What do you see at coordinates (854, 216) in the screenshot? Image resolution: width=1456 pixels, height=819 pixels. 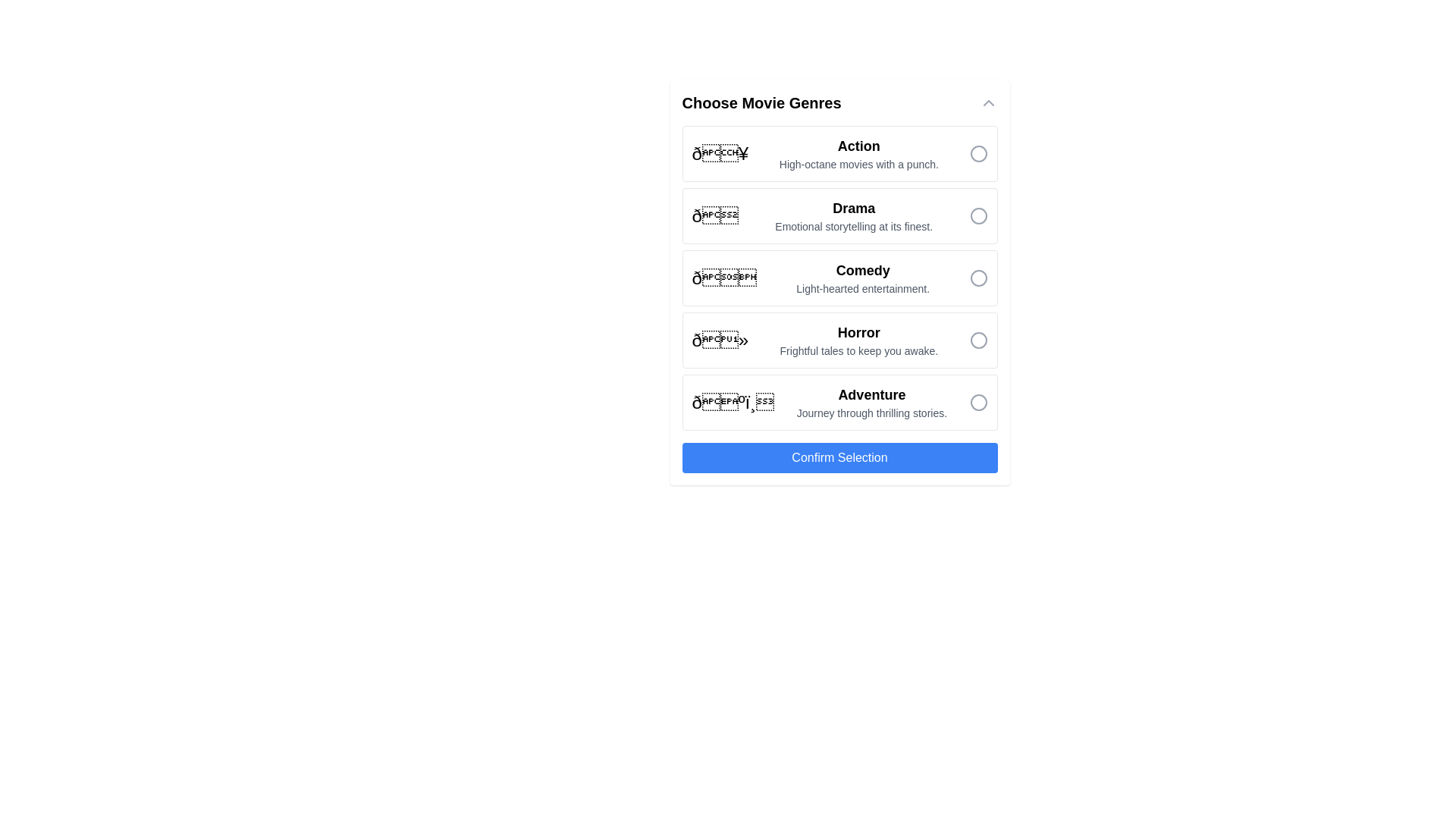 I see `the Text Display element that shows 'Drama' in bold and larger font size, with the second line 'Emotional storytelling at its finest.' in smaller gray font, located in the movie genre selection interface` at bounding box center [854, 216].